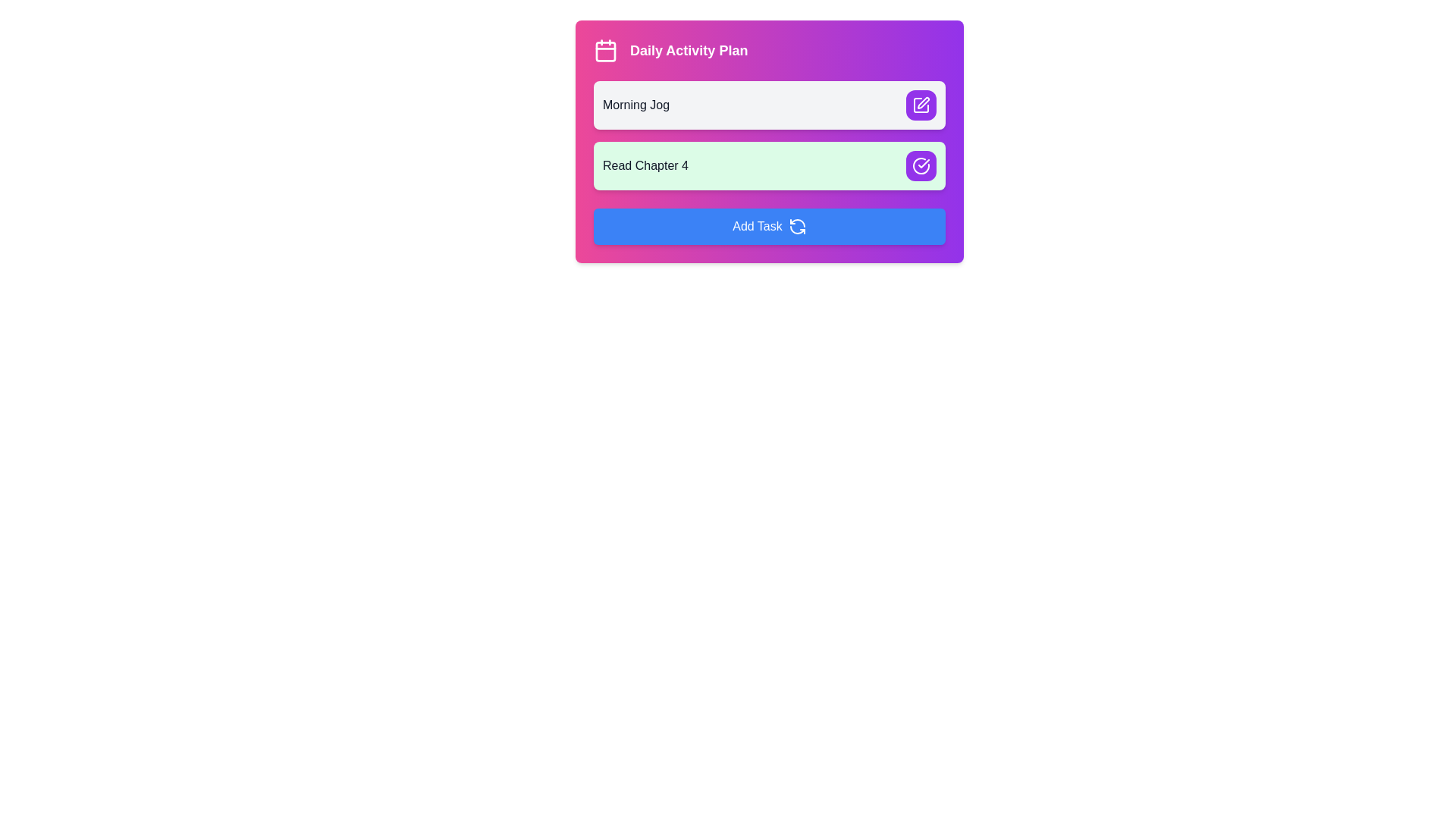 Image resolution: width=1456 pixels, height=819 pixels. What do you see at coordinates (645, 166) in the screenshot?
I see `the text display element that reads 'Read Chapter 4', which is located under the 'Daily Activity Plan' header and immediately below the 'Morning Jog' text input` at bounding box center [645, 166].